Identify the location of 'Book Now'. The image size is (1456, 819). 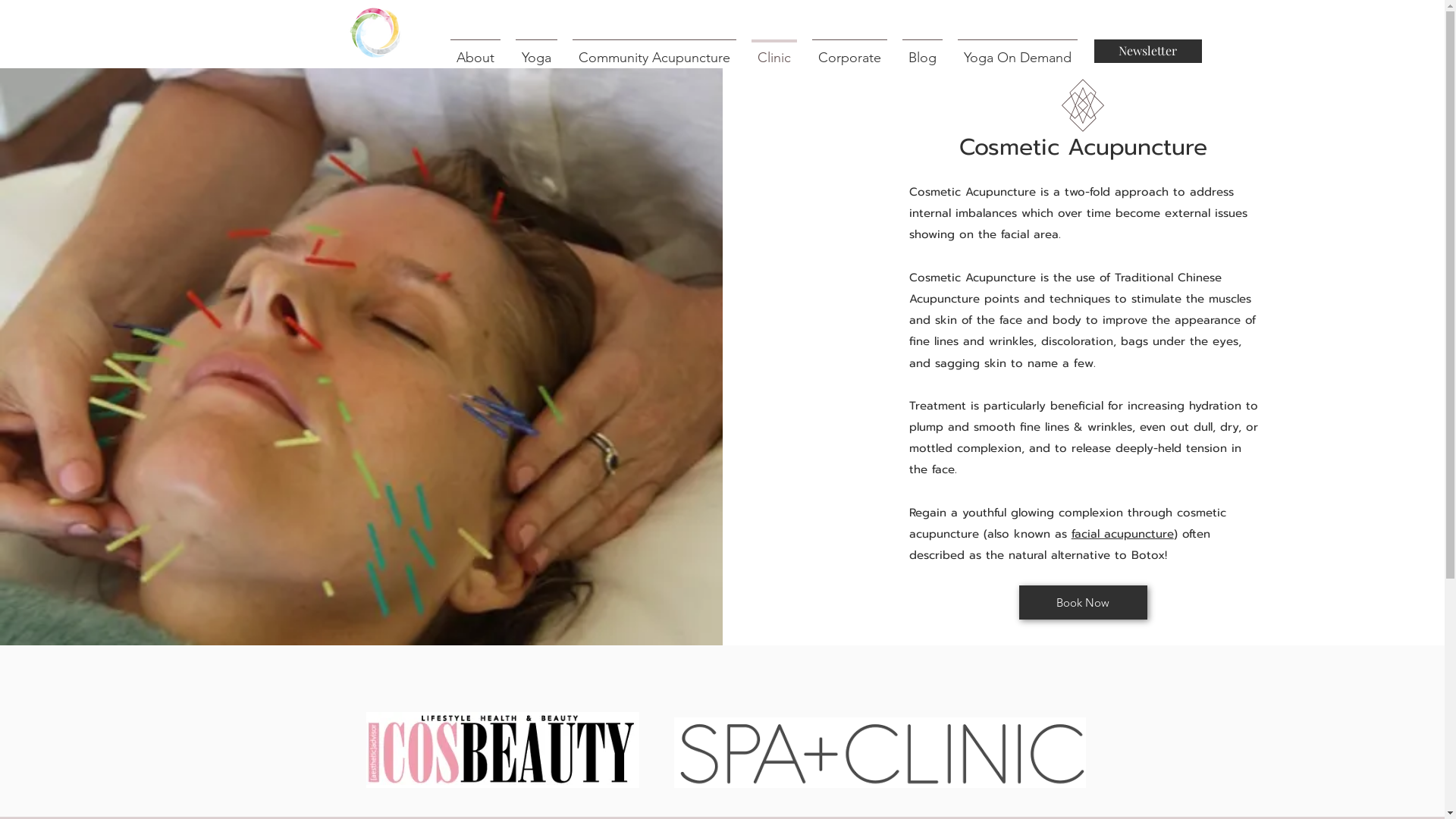
(1082, 601).